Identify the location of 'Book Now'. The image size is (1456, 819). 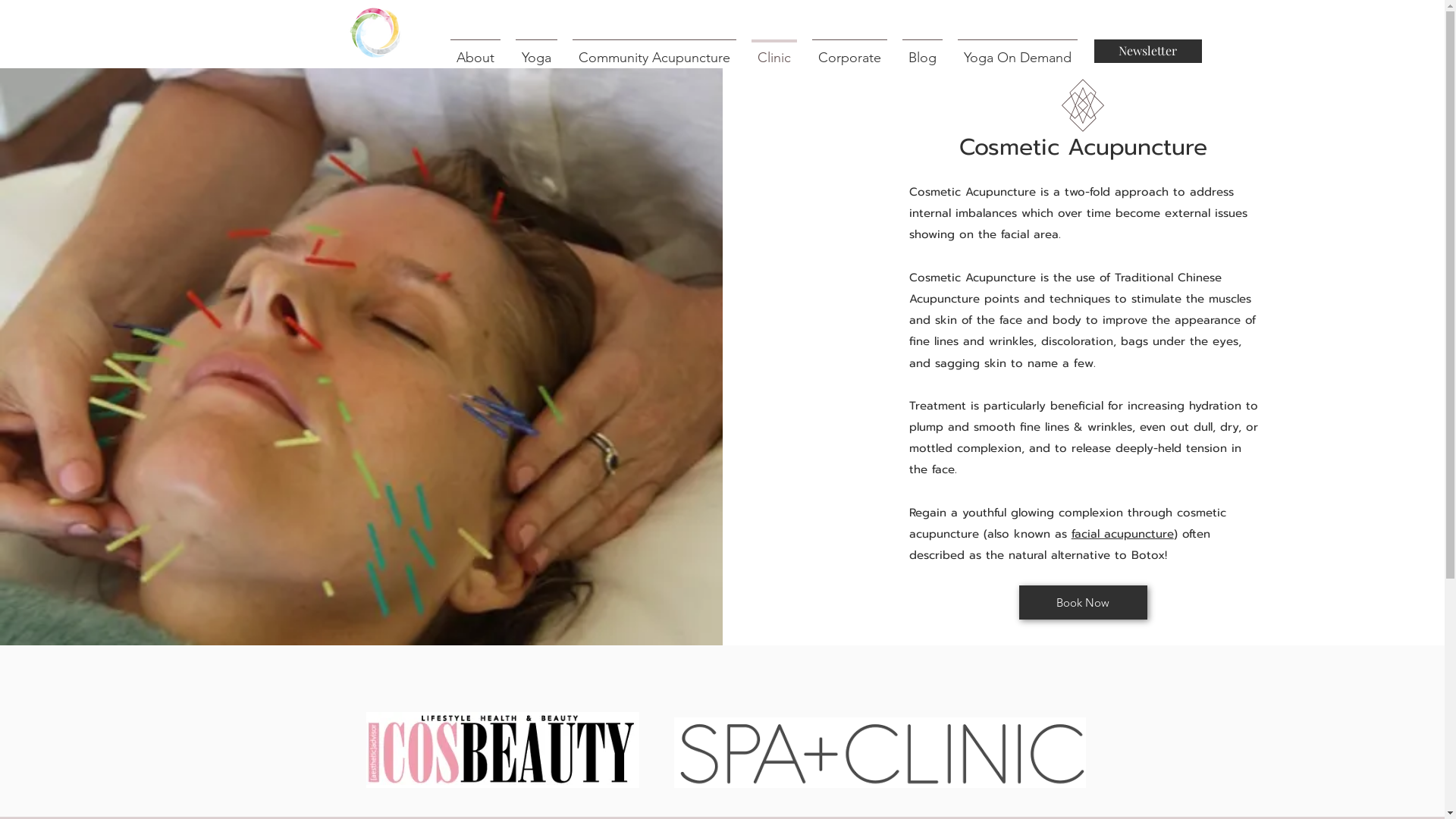
(1082, 601).